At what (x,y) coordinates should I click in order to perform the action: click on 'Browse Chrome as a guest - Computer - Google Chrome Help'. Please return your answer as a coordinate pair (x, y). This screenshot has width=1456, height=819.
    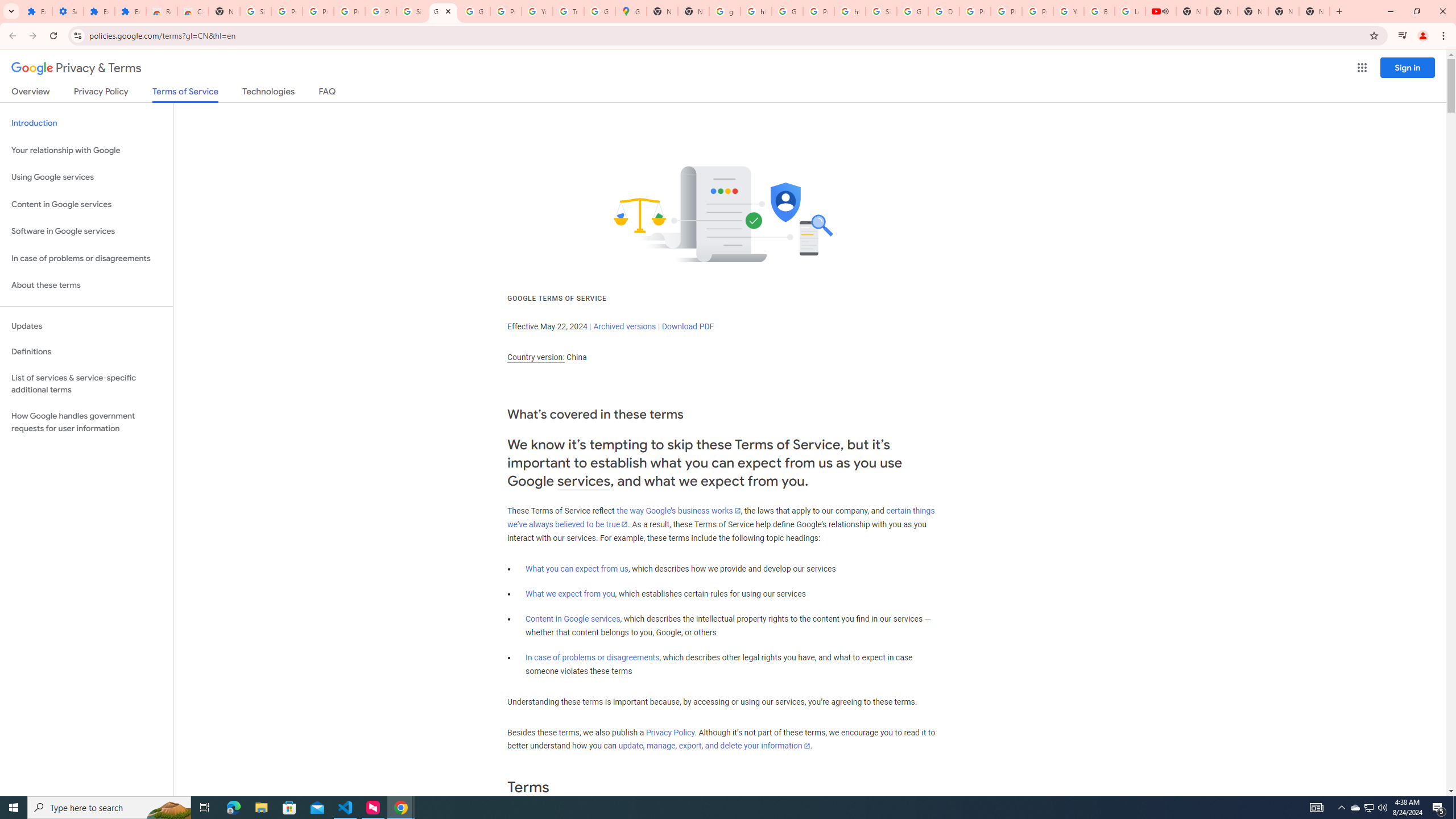
    Looking at the image, I should click on (1099, 11).